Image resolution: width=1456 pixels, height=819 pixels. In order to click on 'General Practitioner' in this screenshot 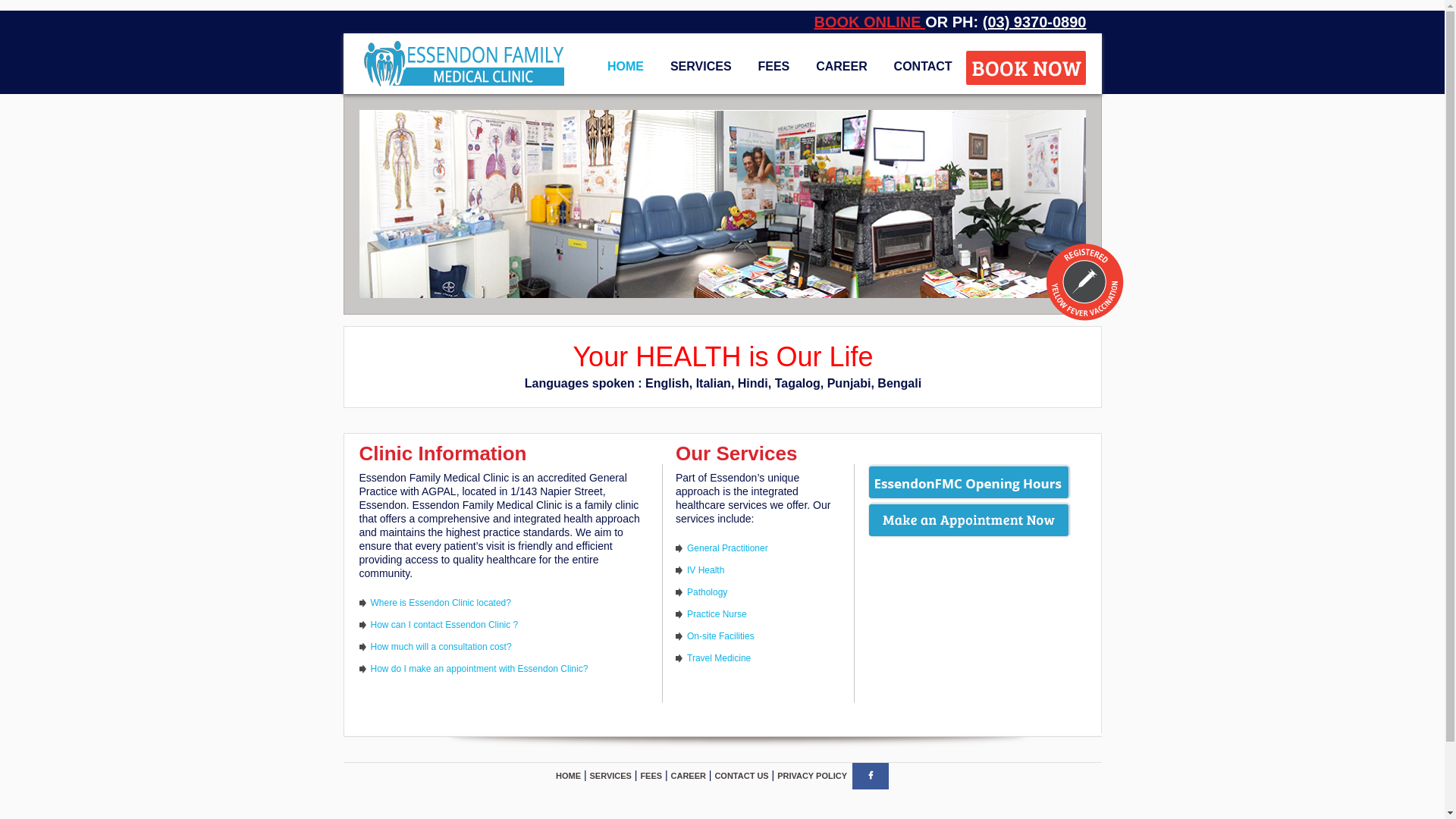, I will do `click(686, 548)`.